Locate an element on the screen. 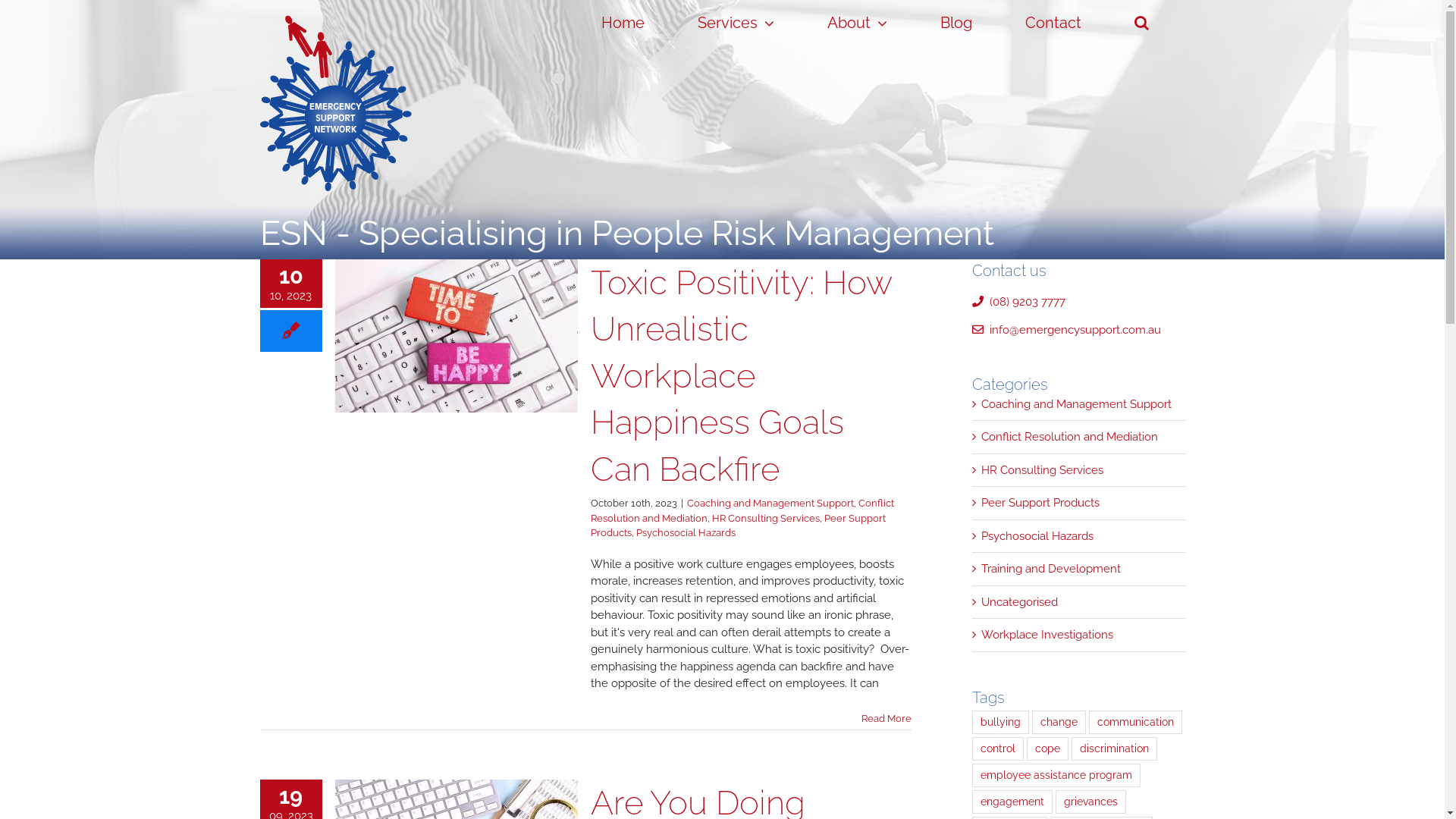 This screenshot has width=1456, height=819. 'Coaching and Management Support' is located at coordinates (770, 503).